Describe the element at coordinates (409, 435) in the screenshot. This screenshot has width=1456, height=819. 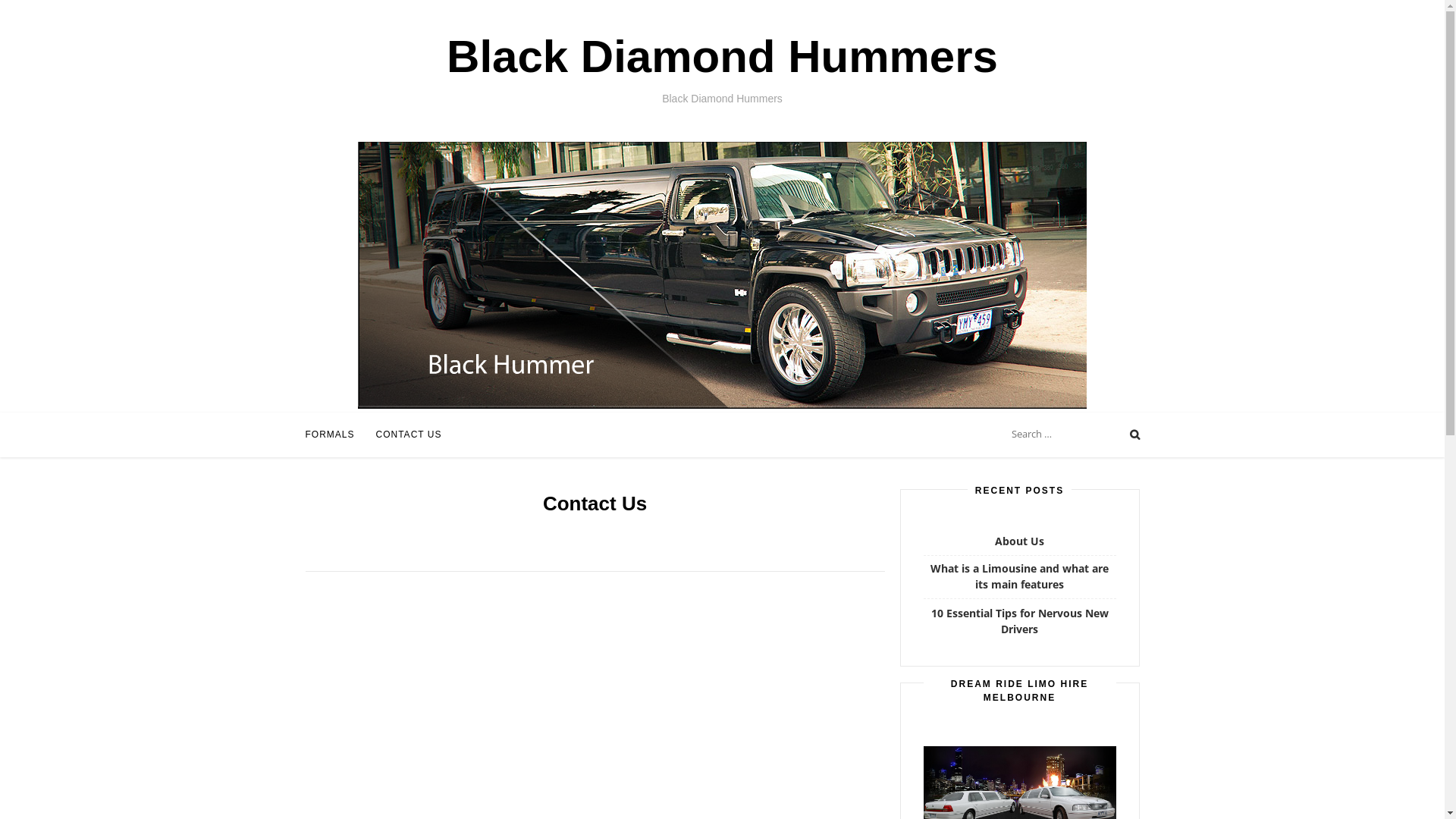
I see `'CONTACT US'` at that location.